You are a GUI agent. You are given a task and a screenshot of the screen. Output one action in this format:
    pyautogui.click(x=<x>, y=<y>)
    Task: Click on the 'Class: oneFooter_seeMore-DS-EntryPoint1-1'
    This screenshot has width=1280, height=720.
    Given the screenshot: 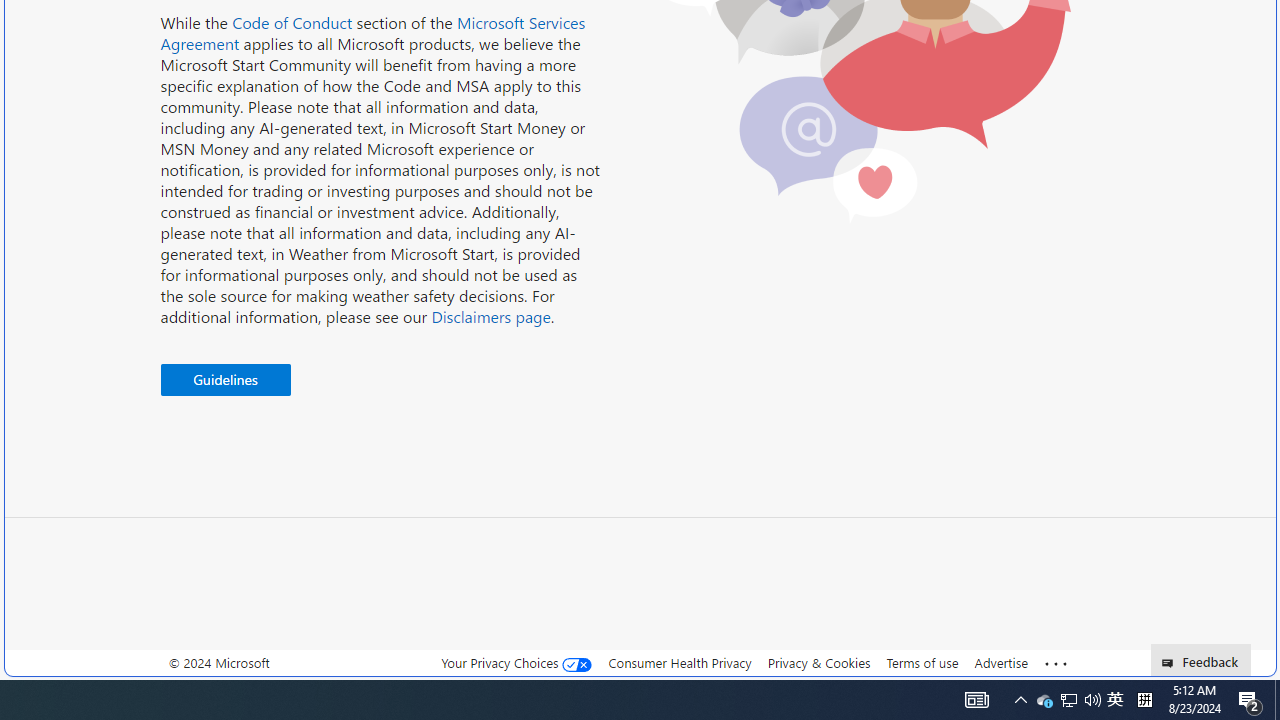 What is the action you would take?
    pyautogui.click(x=1055, y=663)
    